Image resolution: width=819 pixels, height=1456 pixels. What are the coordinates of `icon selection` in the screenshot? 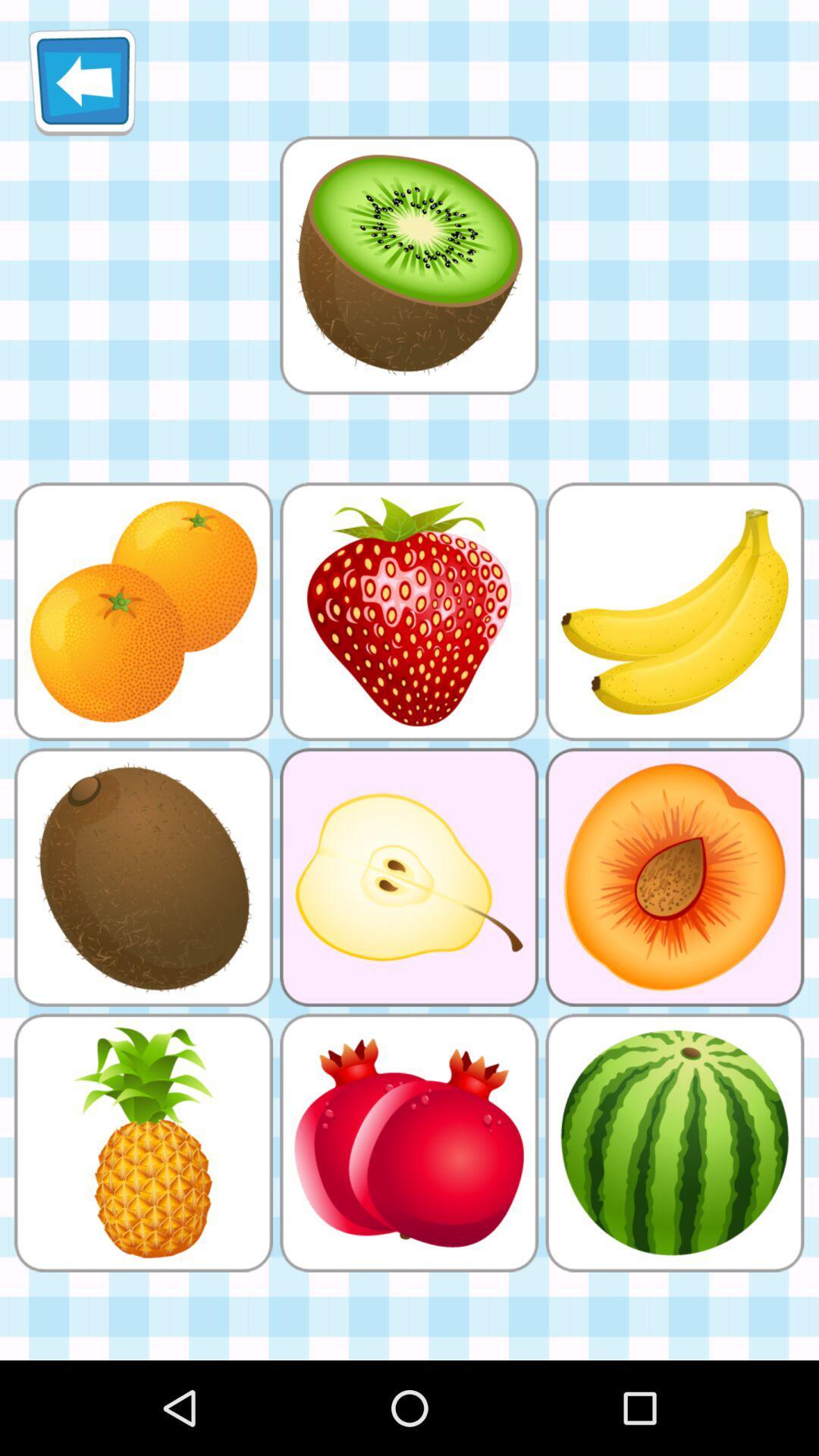 It's located at (408, 265).